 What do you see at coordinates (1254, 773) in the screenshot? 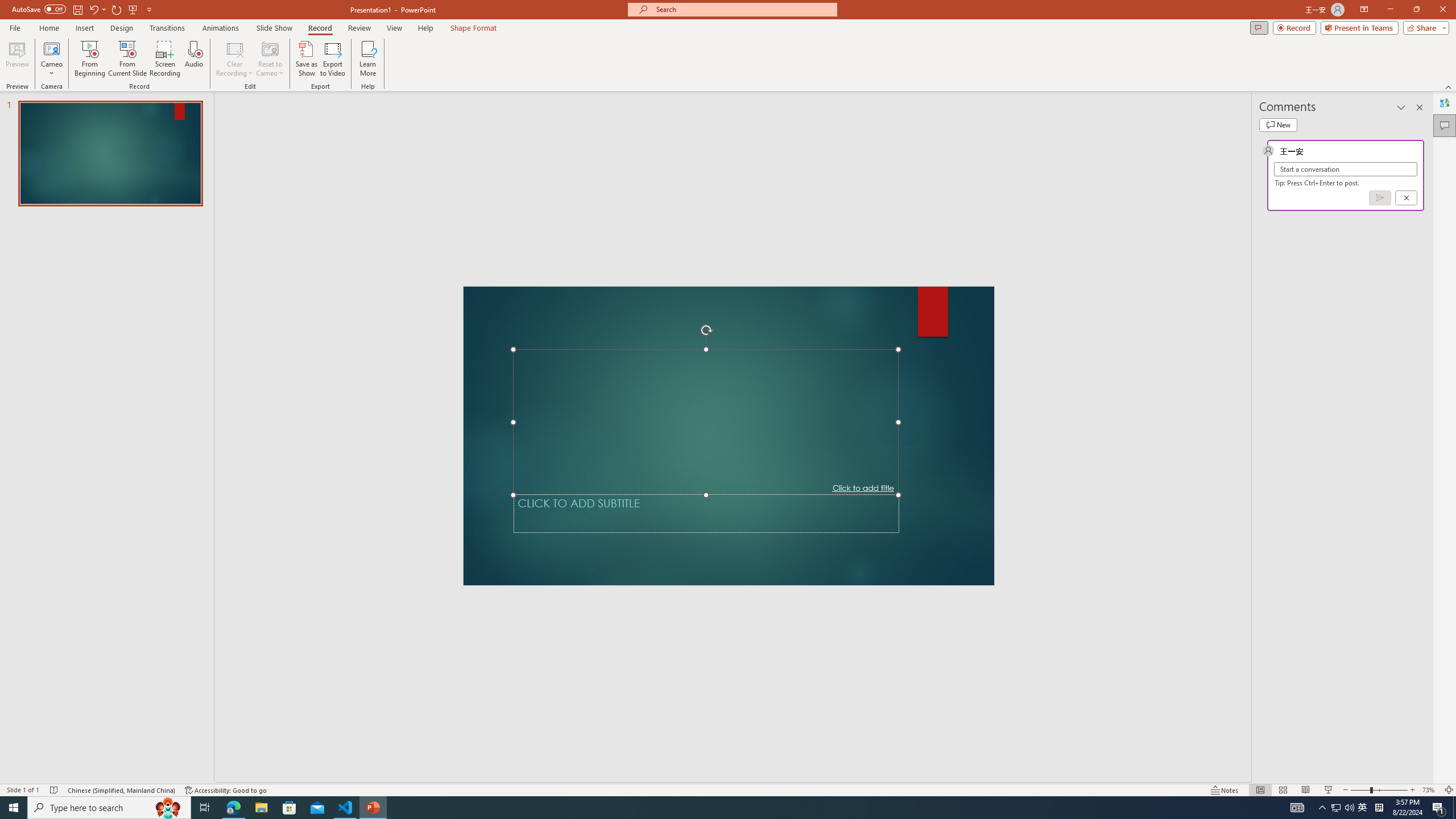
I see `'Print Layout'` at bounding box center [1254, 773].